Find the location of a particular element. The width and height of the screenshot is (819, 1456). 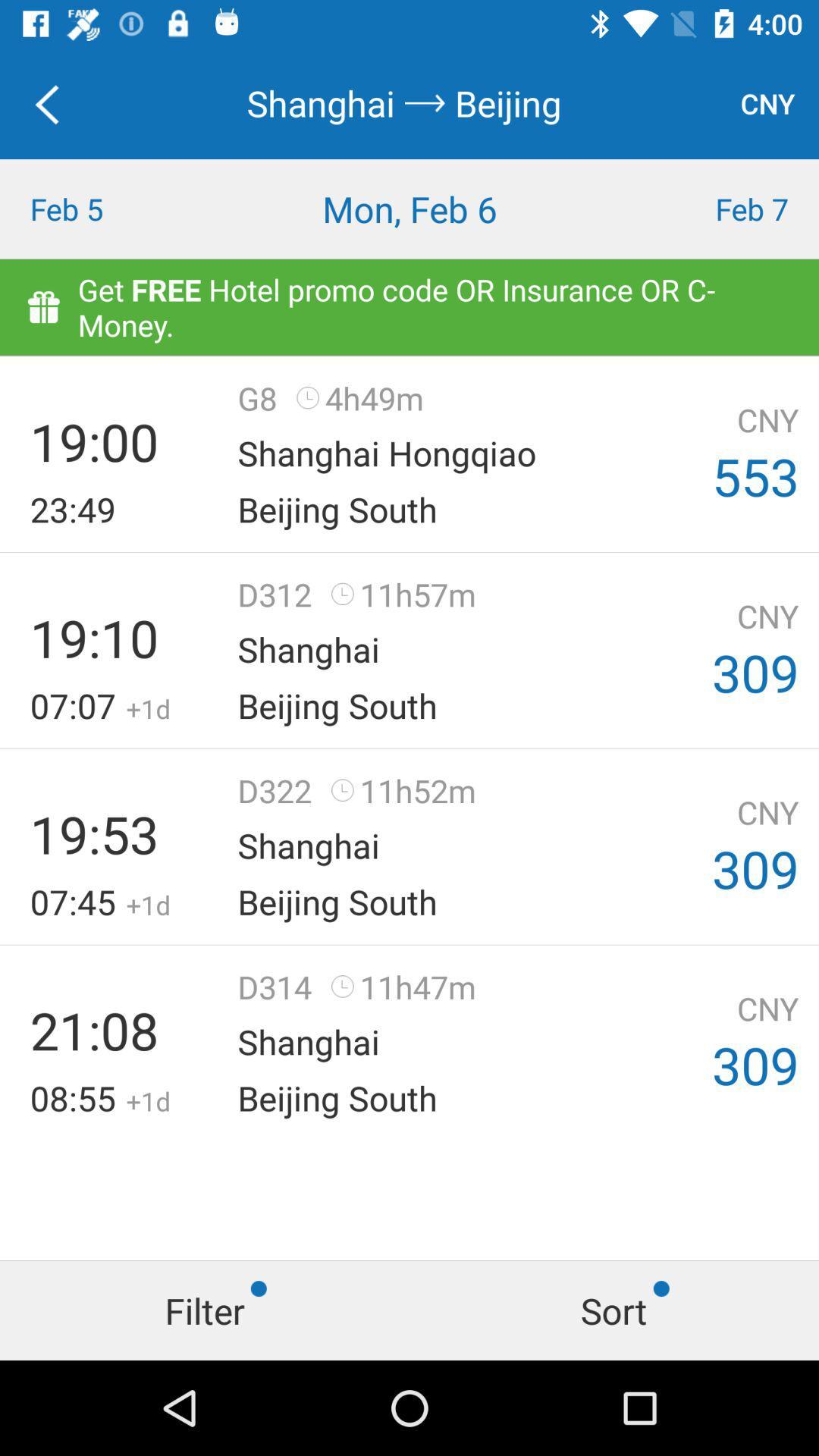

item above feb 5 icon is located at coordinates (55, 102).